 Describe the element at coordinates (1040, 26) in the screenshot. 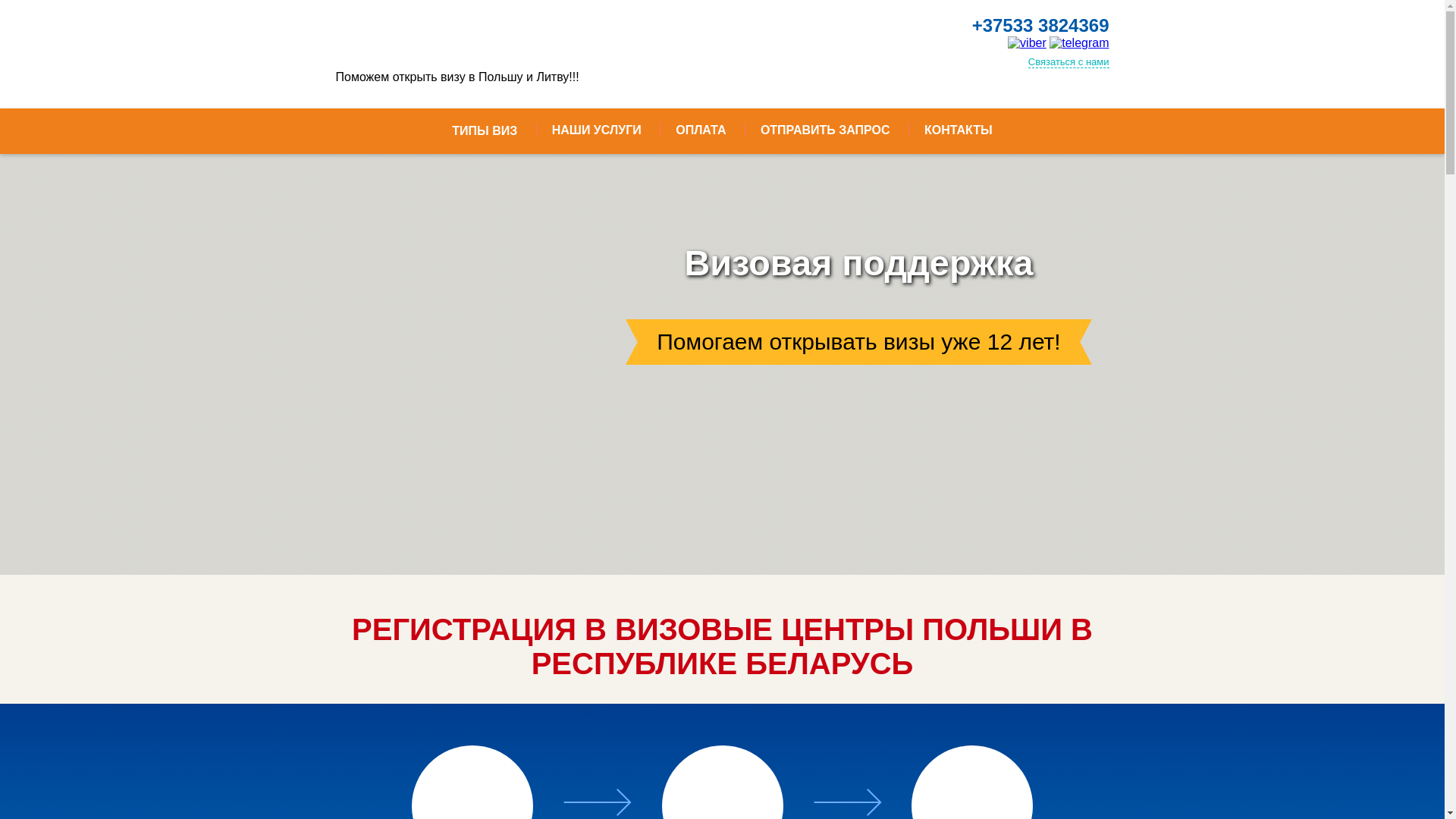

I see `'+37533 3824369'` at that location.